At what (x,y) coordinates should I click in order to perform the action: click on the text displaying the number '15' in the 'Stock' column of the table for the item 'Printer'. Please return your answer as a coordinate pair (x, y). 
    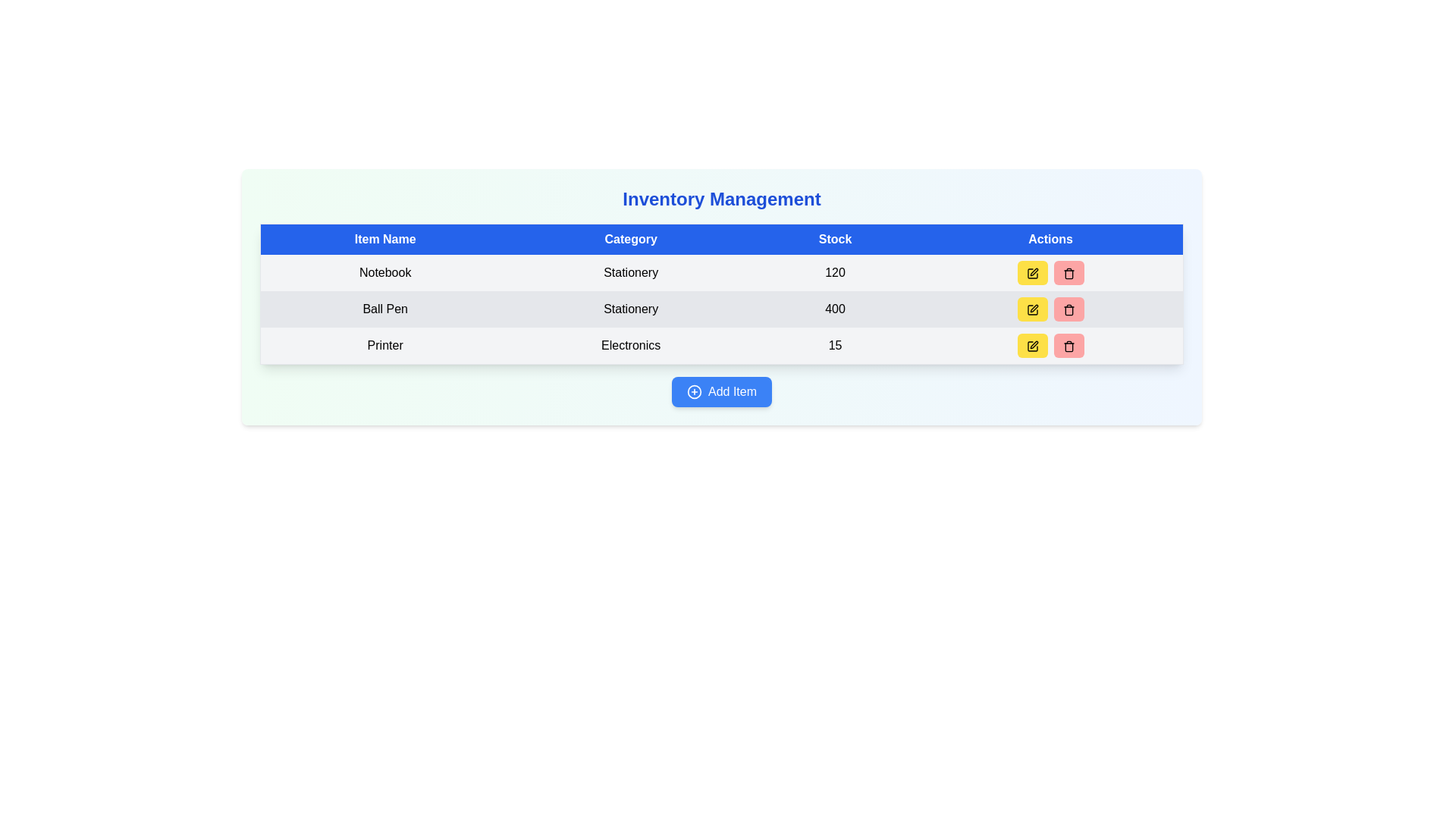
    Looking at the image, I should click on (834, 346).